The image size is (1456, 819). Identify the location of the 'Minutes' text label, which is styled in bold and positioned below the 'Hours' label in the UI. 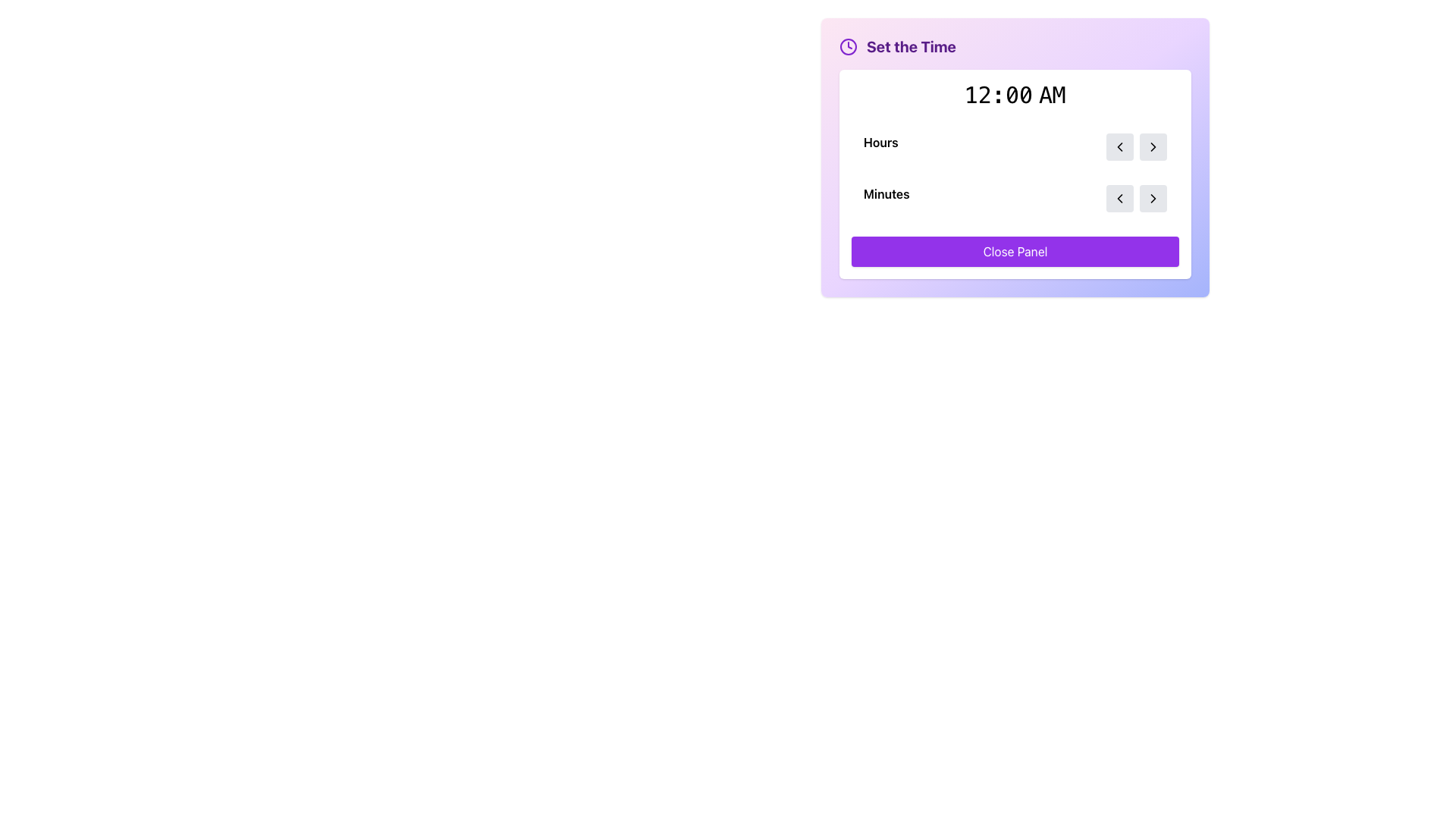
(886, 198).